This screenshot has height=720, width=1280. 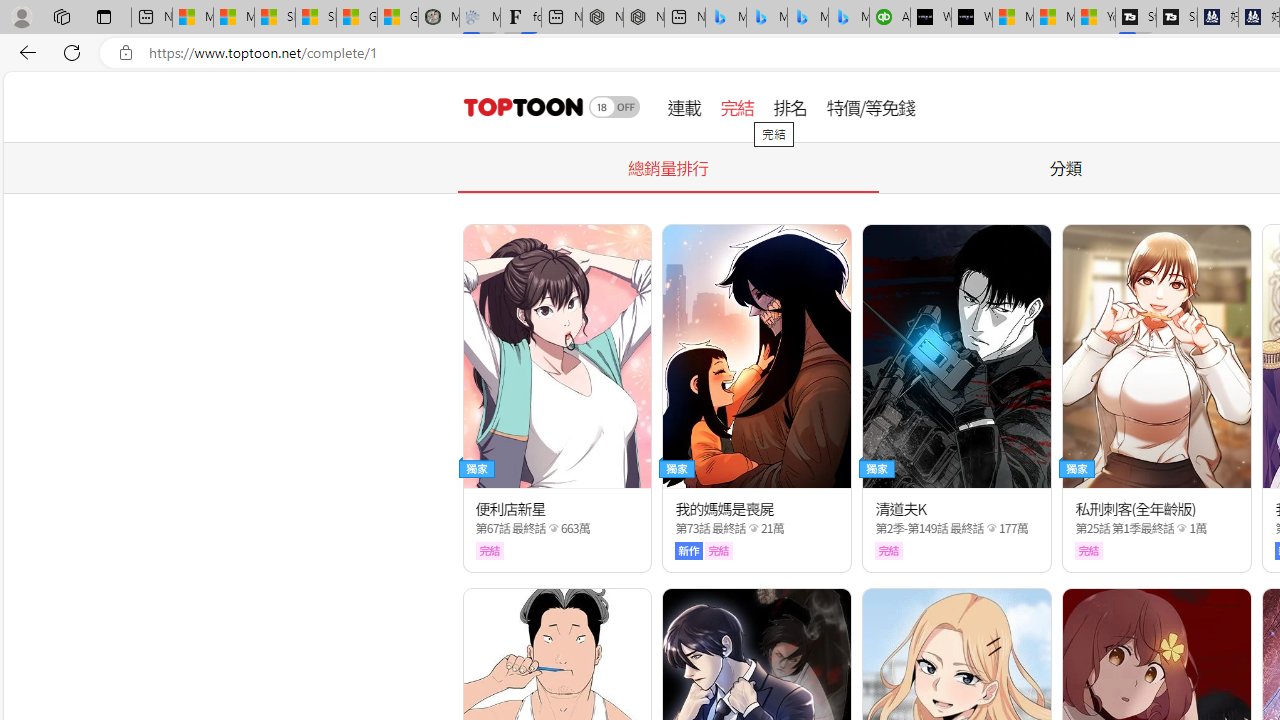 I want to click on 'Microsoft Bing Travel - Shangri-La Hotel Bangkok', so click(x=849, y=17).